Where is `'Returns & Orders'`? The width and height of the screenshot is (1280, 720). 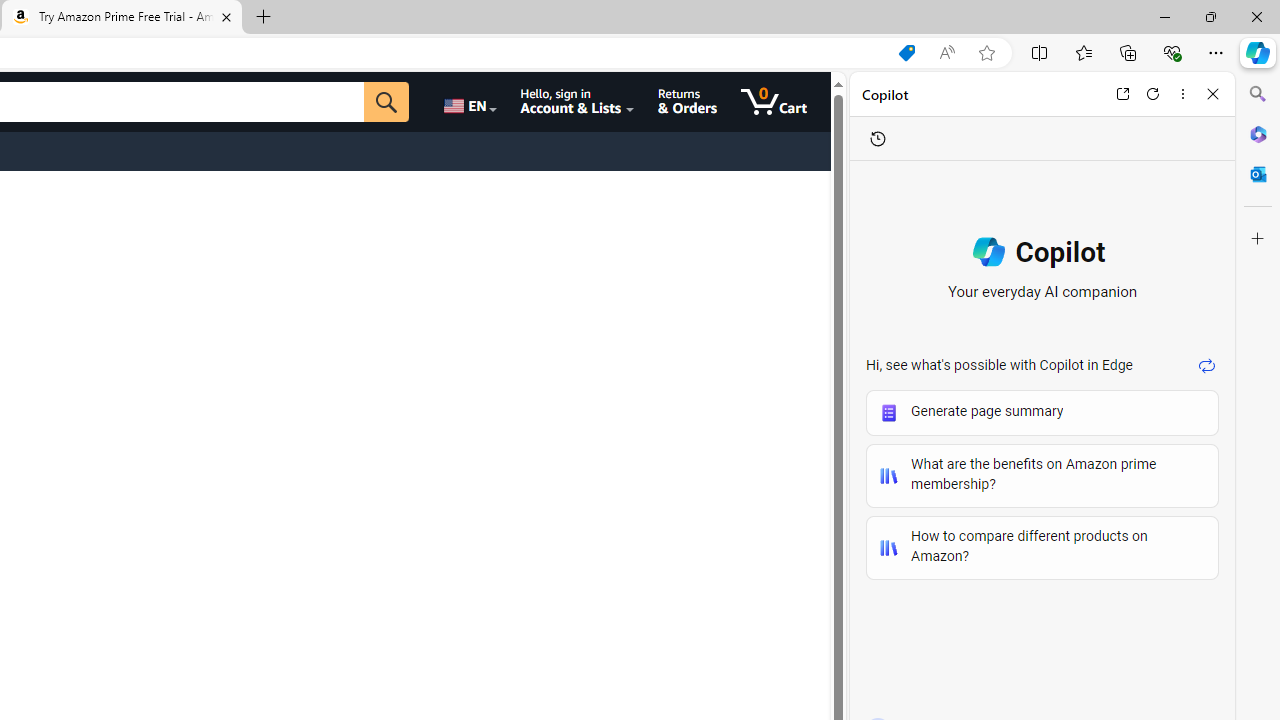
'Returns & Orders' is located at coordinates (687, 101).